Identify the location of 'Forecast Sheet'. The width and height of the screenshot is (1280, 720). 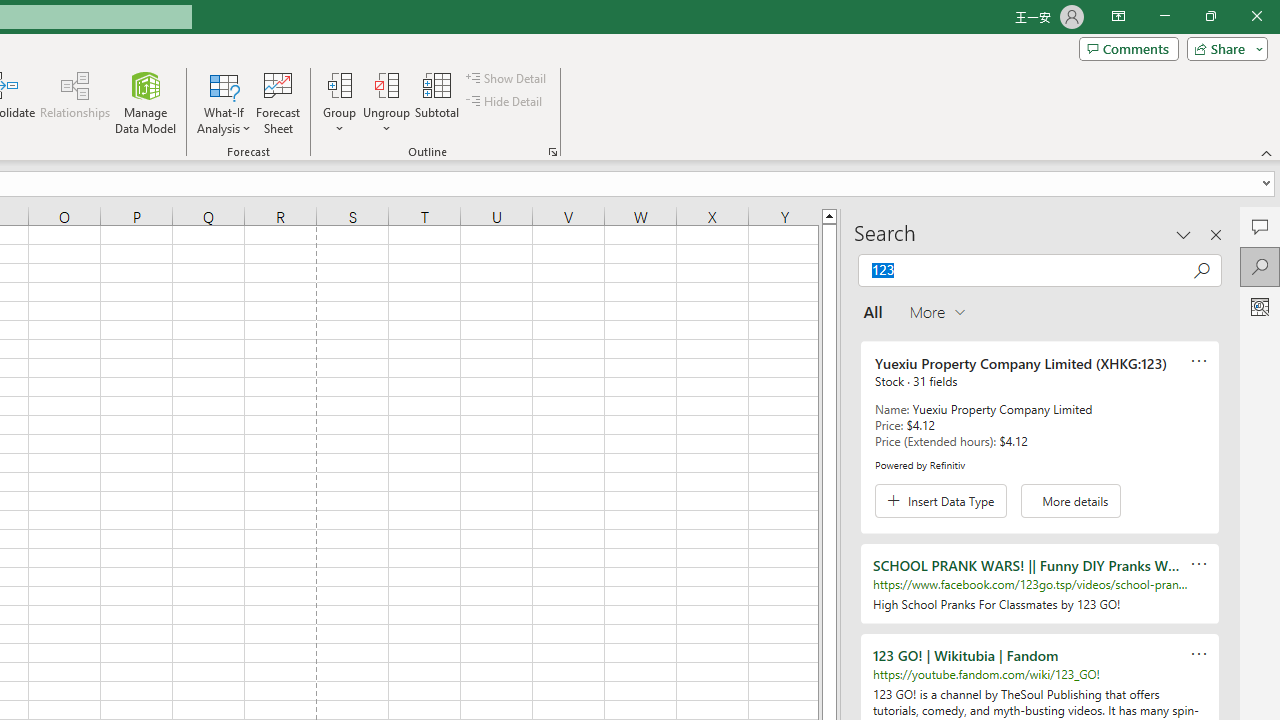
(277, 103).